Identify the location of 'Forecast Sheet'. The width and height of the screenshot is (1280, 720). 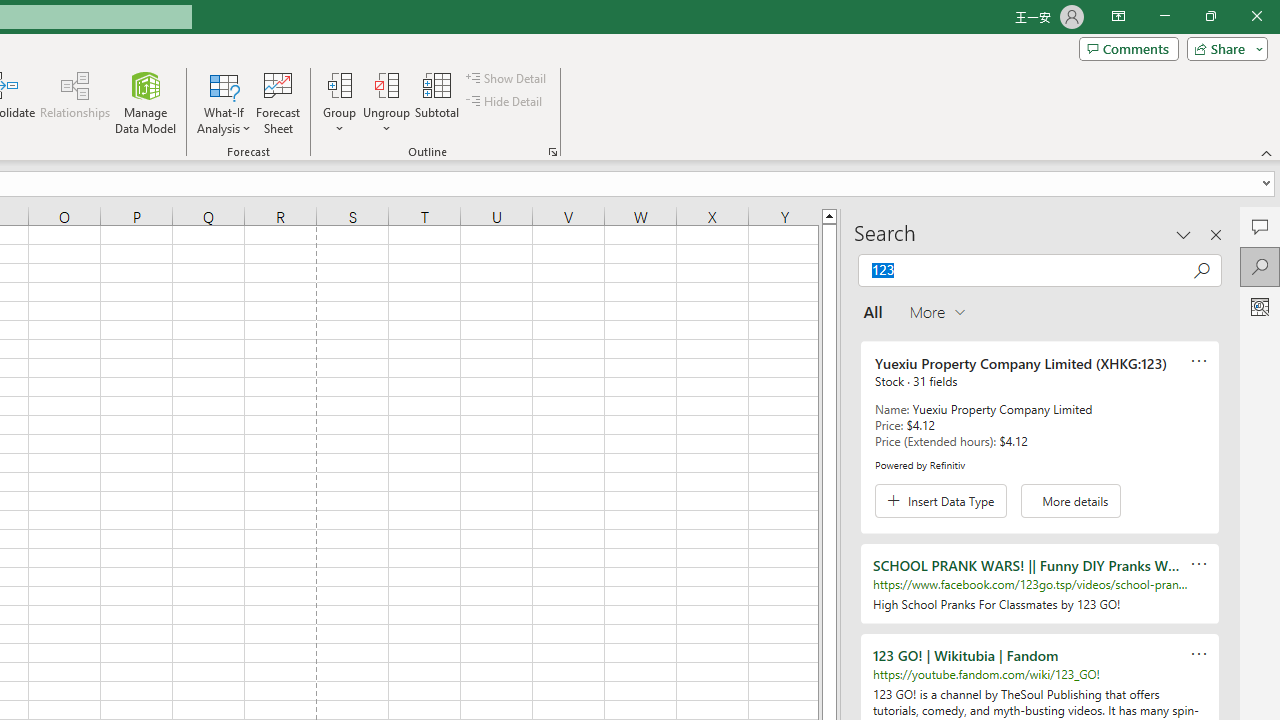
(277, 103).